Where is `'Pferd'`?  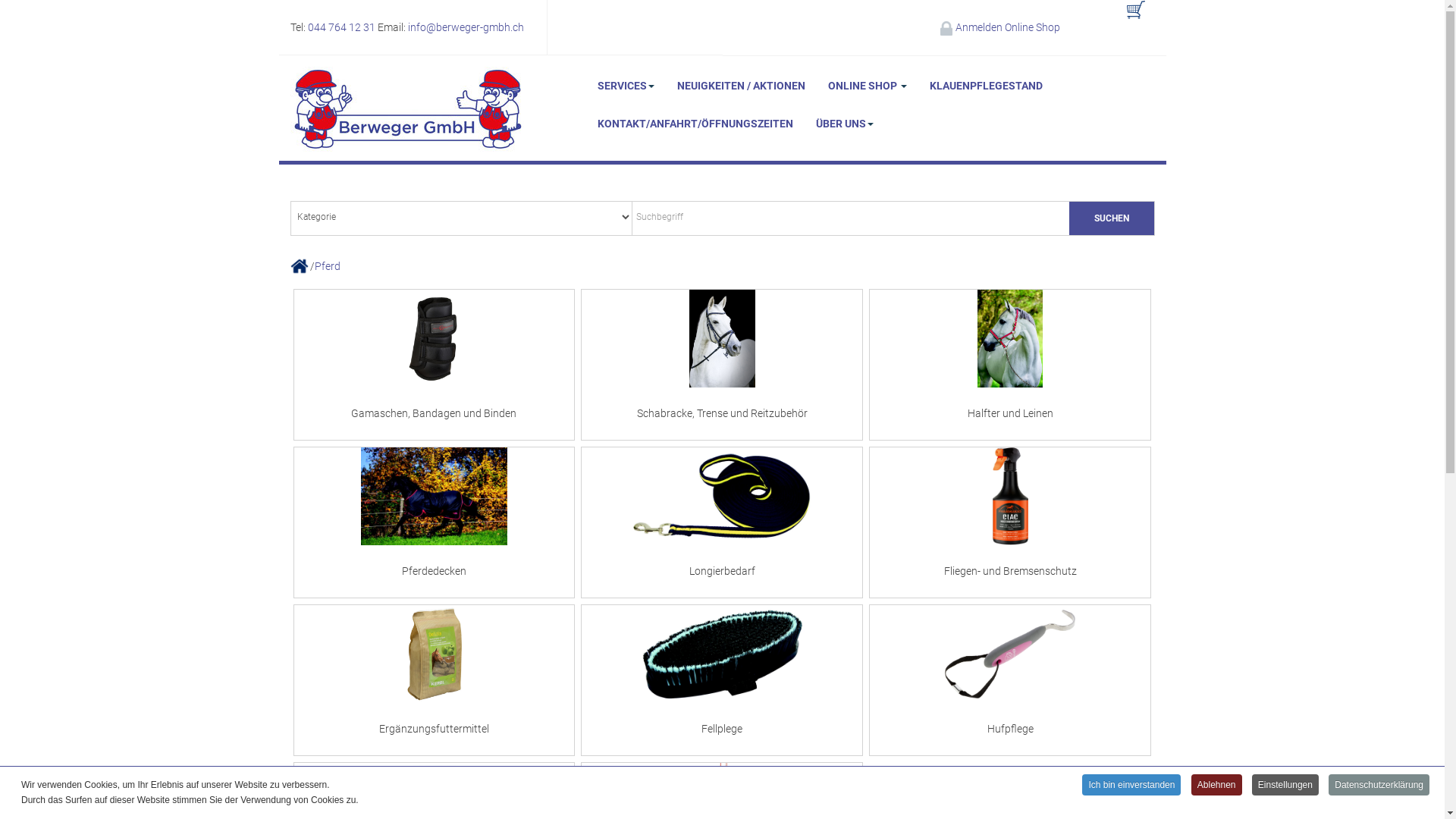 'Pferd' is located at coordinates (313, 265).